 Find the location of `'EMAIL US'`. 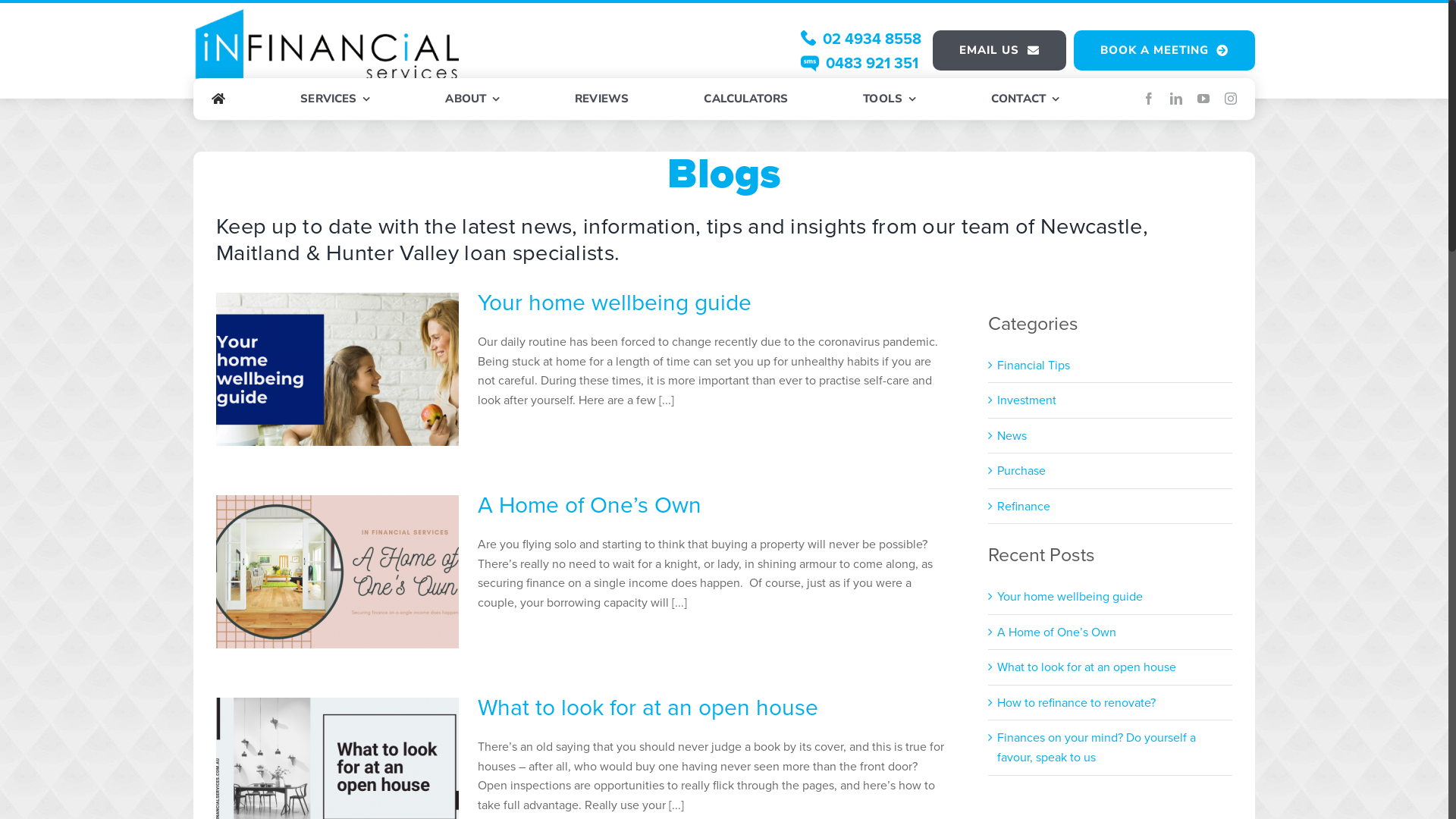

'EMAIL US' is located at coordinates (999, 49).